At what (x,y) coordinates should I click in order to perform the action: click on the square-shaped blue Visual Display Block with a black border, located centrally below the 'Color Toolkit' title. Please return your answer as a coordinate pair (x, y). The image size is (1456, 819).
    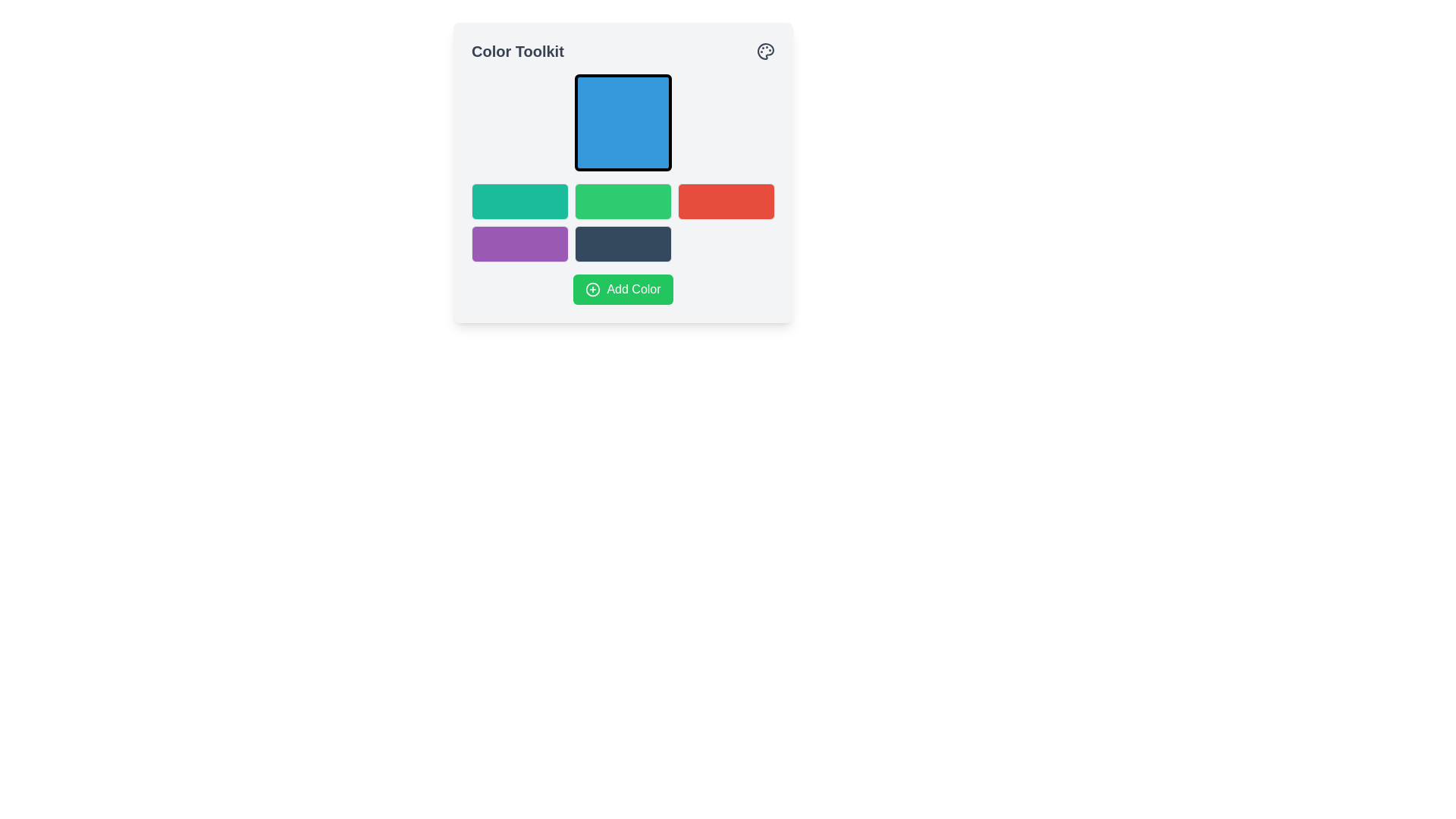
    Looking at the image, I should click on (623, 171).